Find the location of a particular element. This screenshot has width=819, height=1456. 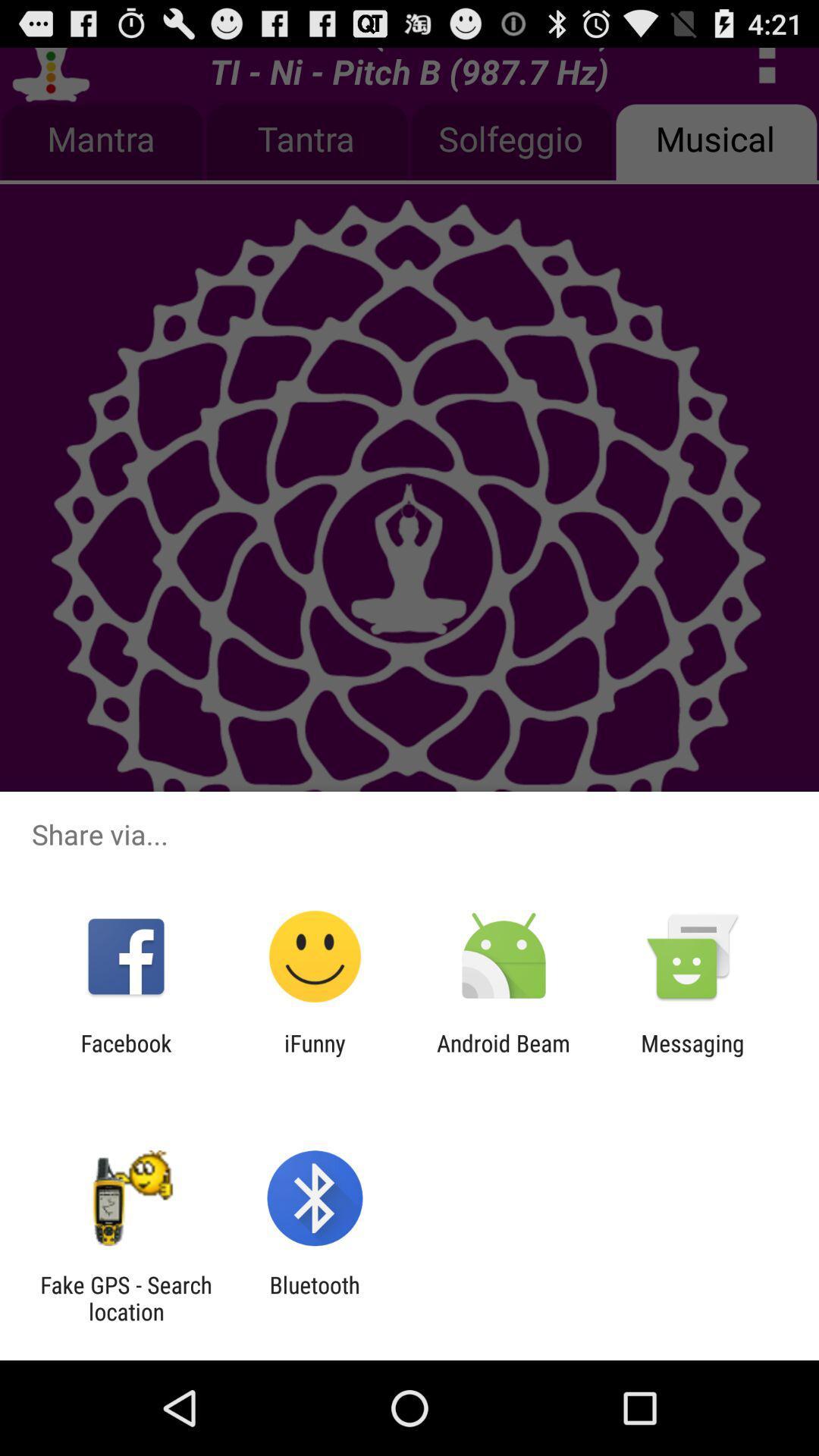

the messaging item is located at coordinates (692, 1056).